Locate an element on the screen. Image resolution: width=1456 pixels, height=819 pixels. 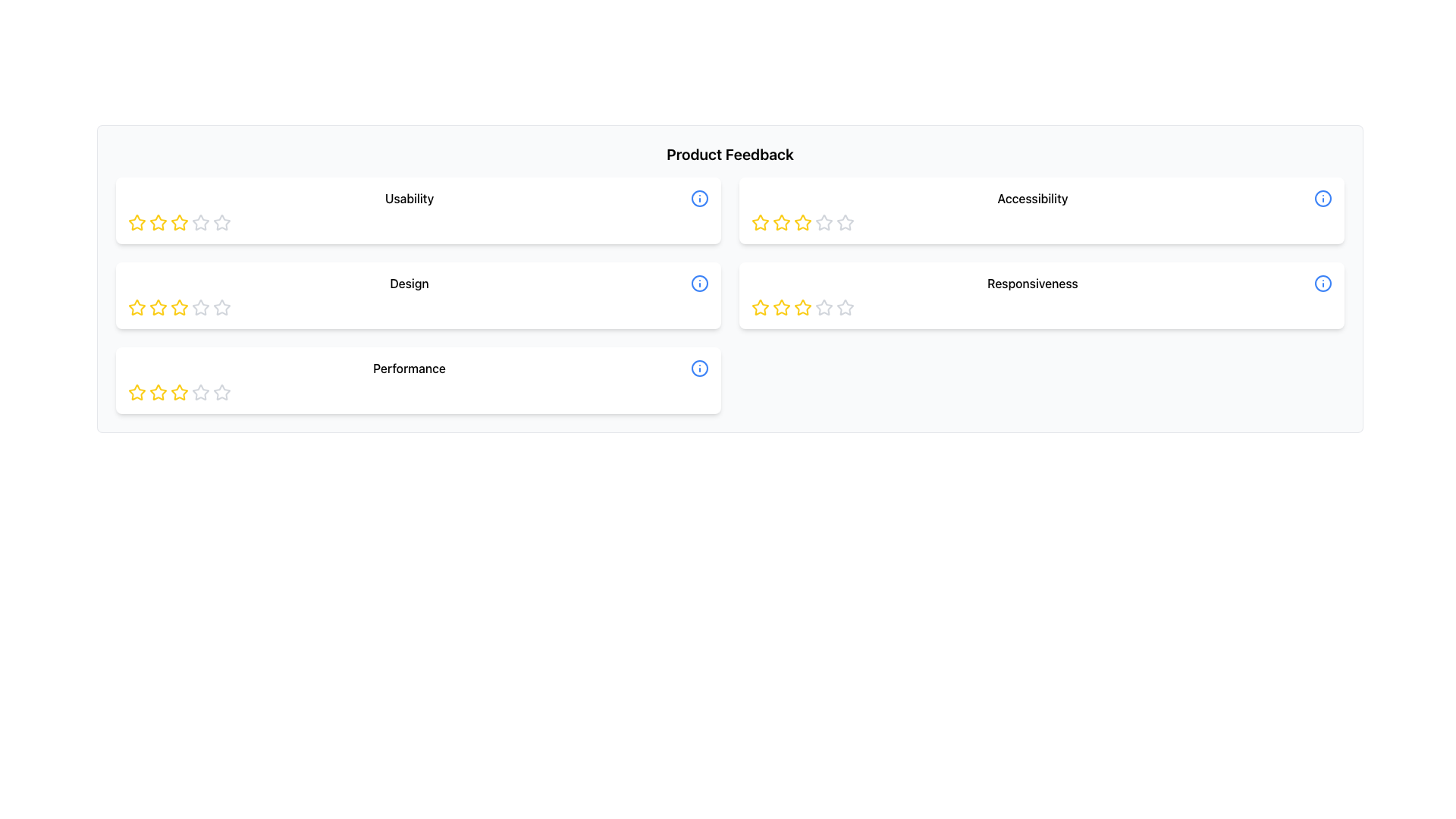
the first star in the five-star rating component in the Usability feedback section is located at coordinates (137, 222).